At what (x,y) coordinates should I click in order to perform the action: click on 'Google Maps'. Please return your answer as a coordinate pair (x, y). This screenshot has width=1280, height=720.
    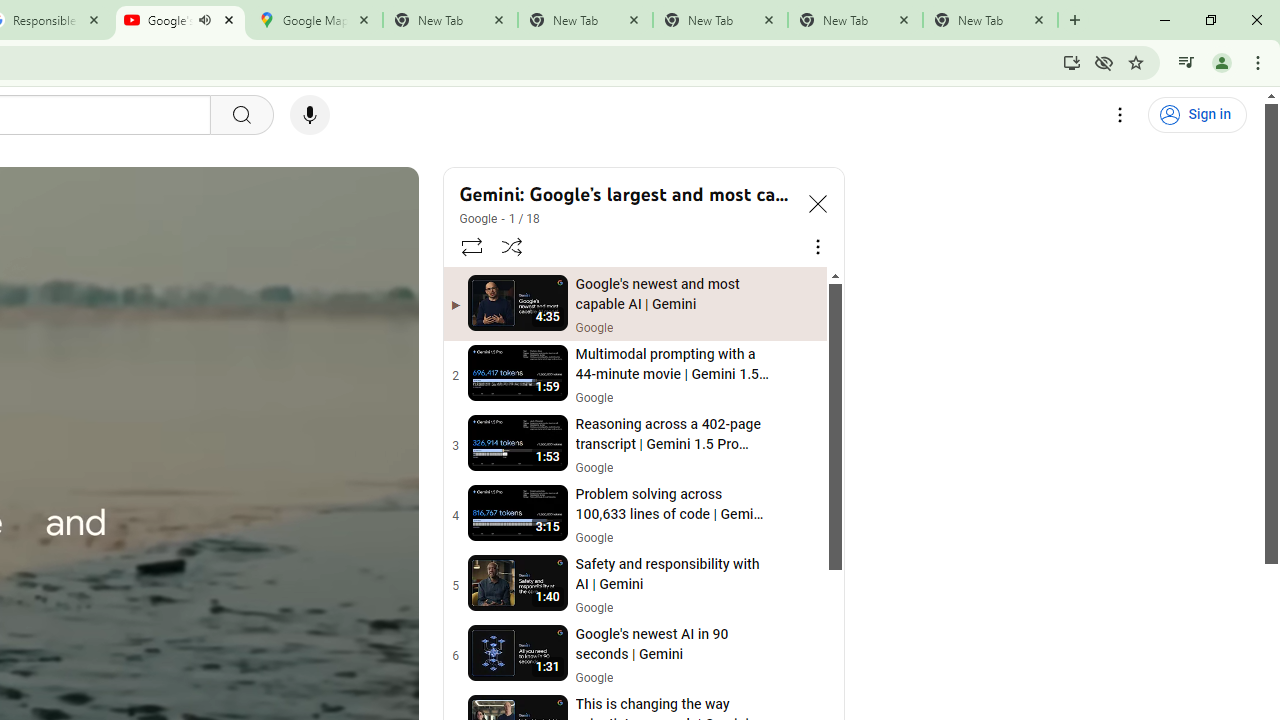
    Looking at the image, I should click on (314, 20).